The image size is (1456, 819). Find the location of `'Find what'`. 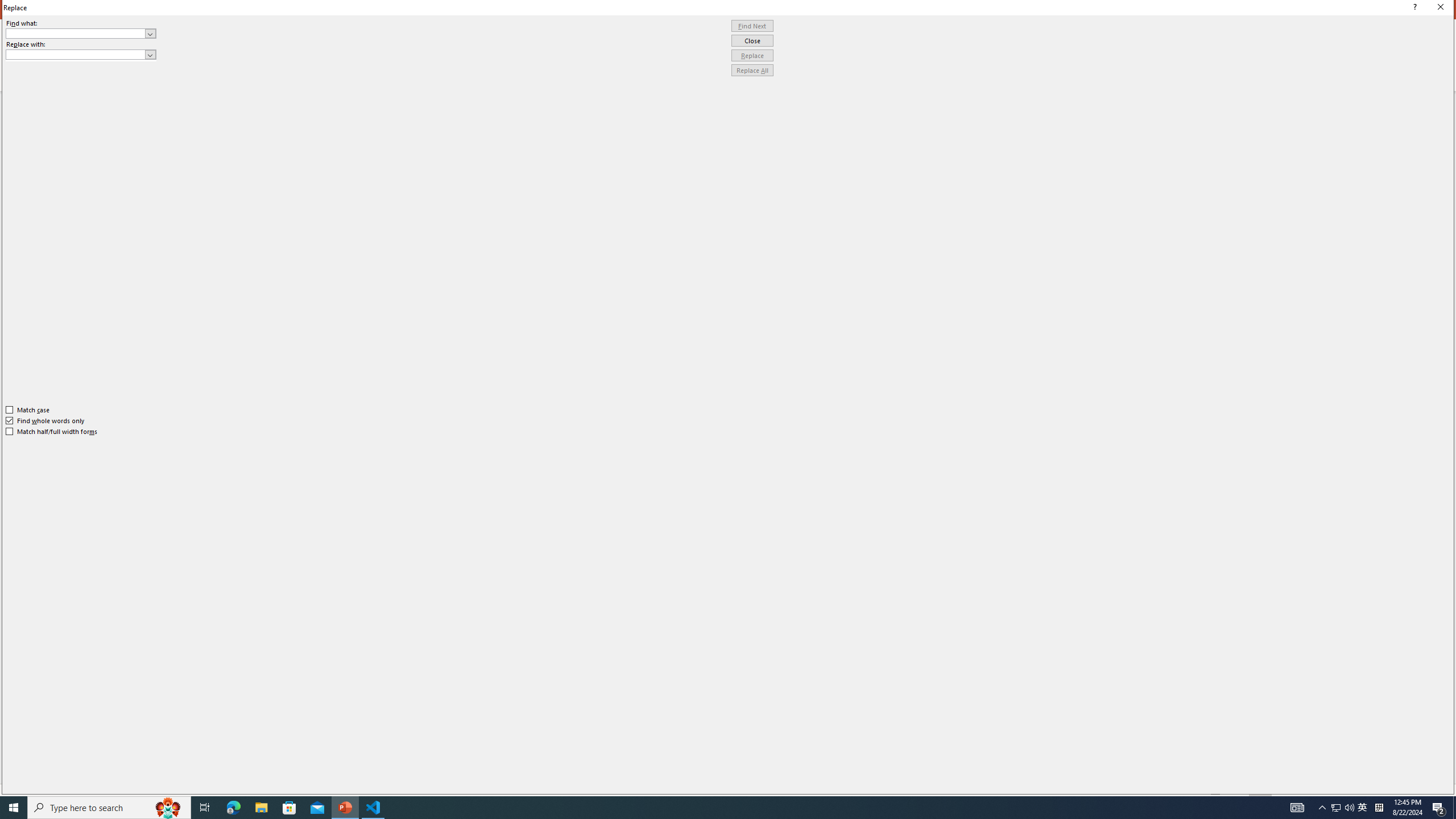

'Find what' is located at coordinates (76, 33).